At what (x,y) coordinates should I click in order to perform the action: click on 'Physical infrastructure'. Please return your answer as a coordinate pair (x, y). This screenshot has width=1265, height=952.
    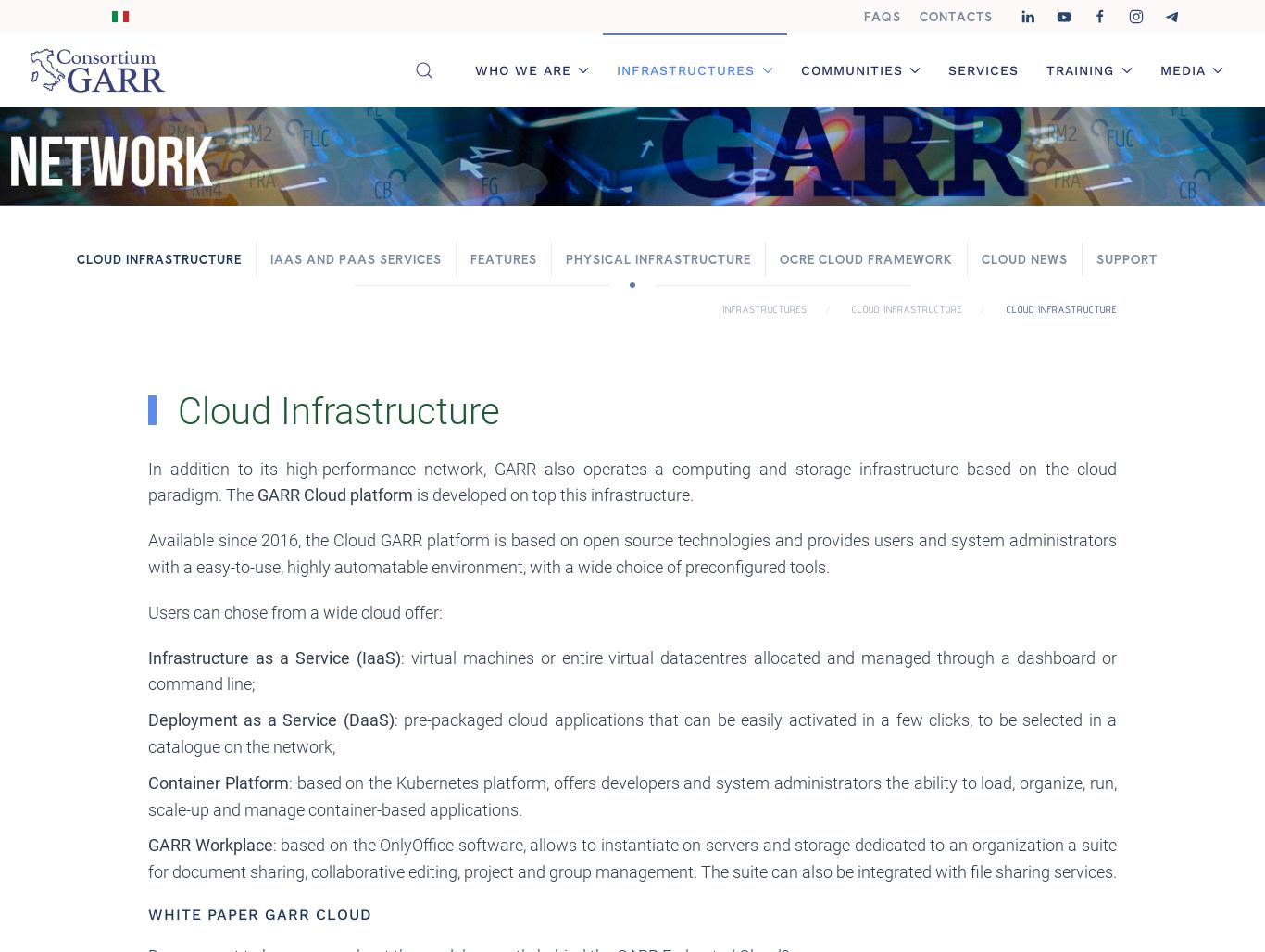
    Looking at the image, I should click on (658, 258).